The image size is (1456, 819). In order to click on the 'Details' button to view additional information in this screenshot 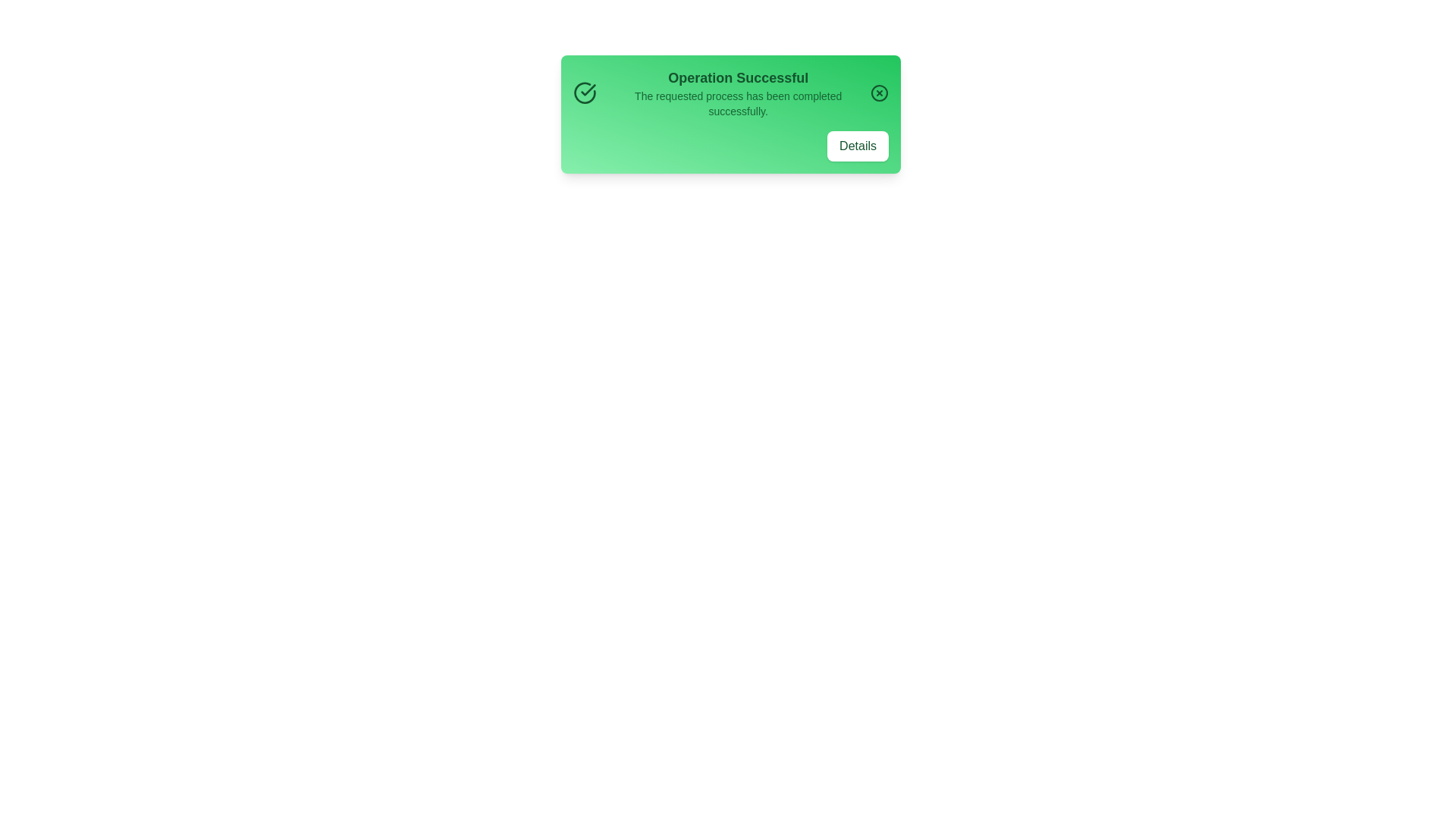, I will do `click(858, 146)`.